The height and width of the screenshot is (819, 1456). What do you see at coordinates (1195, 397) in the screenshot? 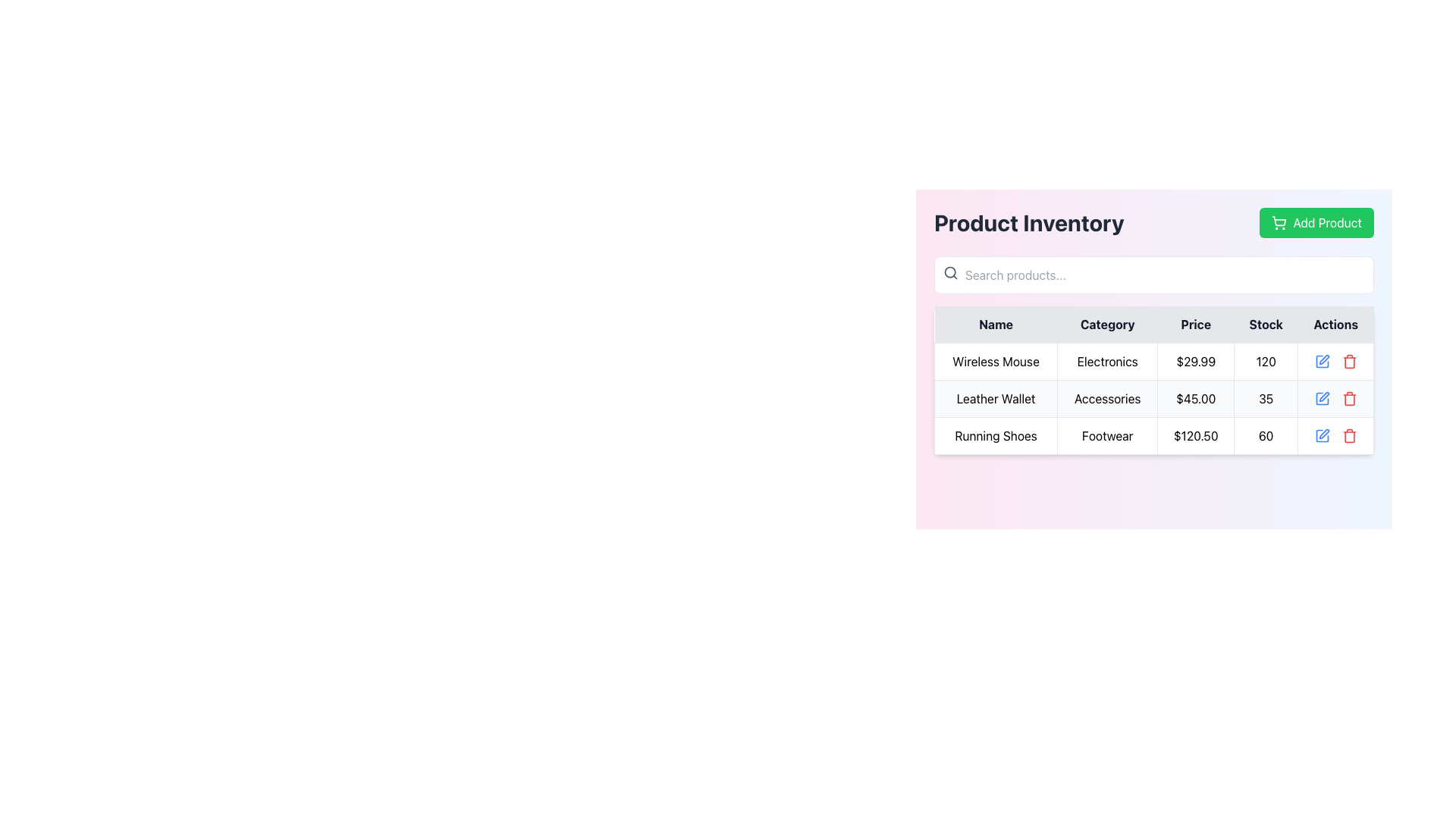
I see `the text label displaying the price '$45.00' located under the 'Price' column in the second row of the table, associated with the 'Leather Wallet' product` at bounding box center [1195, 397].